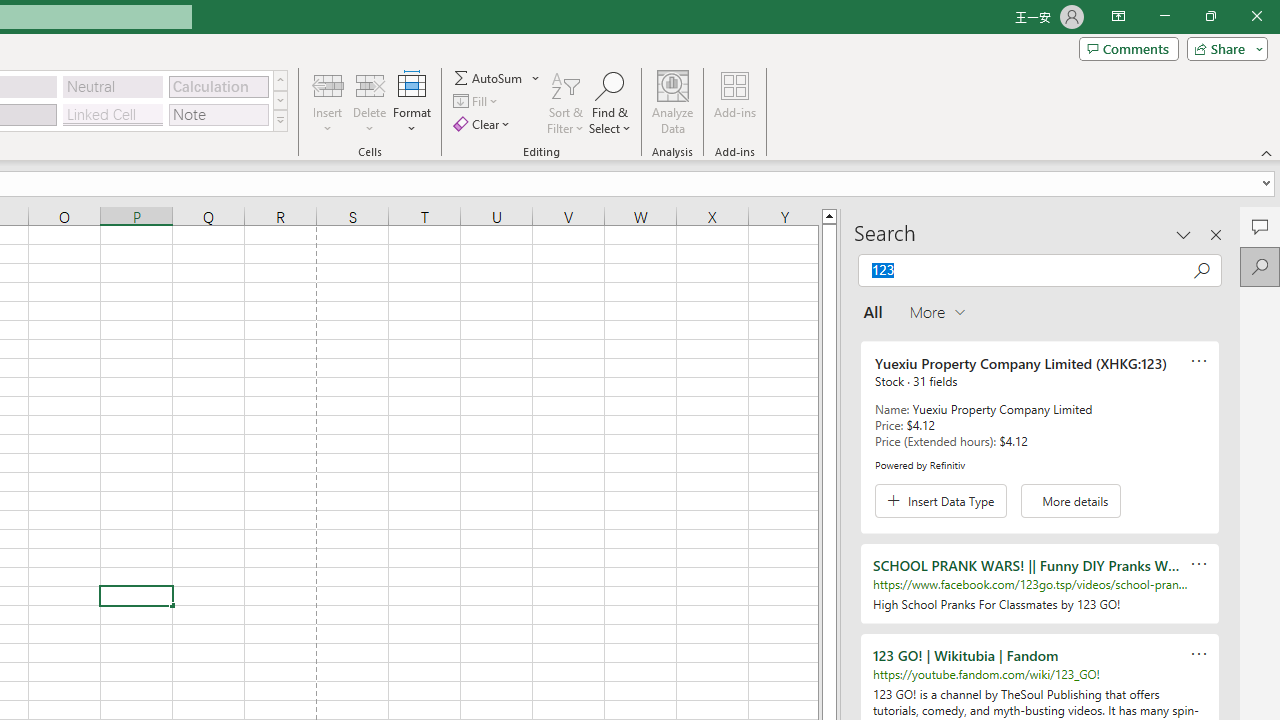 The width and height of the screenshot is (1280, 720). What do you see at coordinates (1255, 16) in the screenshot?
I see `'Close'` at bounding box center [1255, 16].